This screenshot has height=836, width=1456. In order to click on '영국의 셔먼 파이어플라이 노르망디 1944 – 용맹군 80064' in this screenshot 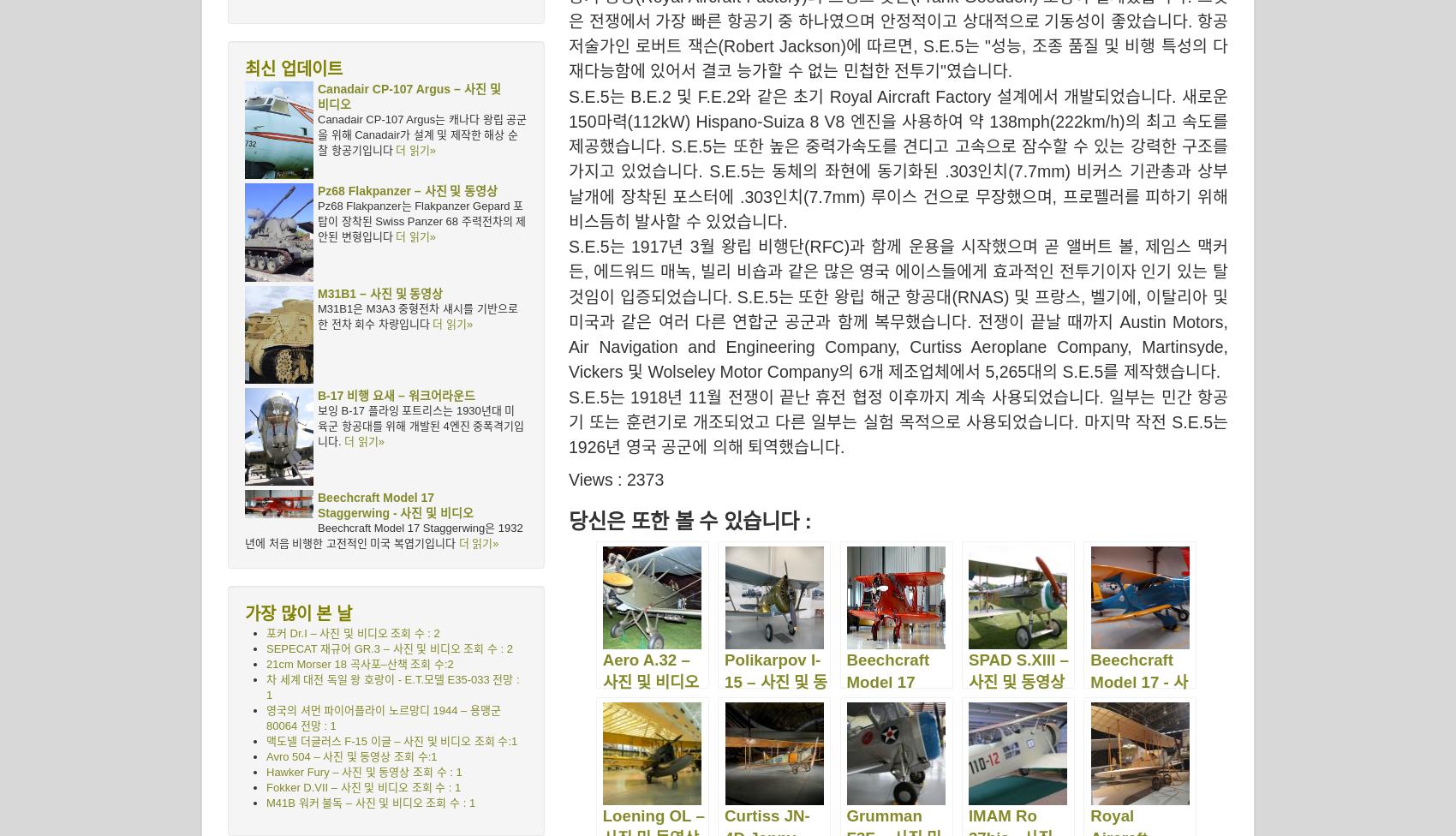, I will do `click(383, 718)`.